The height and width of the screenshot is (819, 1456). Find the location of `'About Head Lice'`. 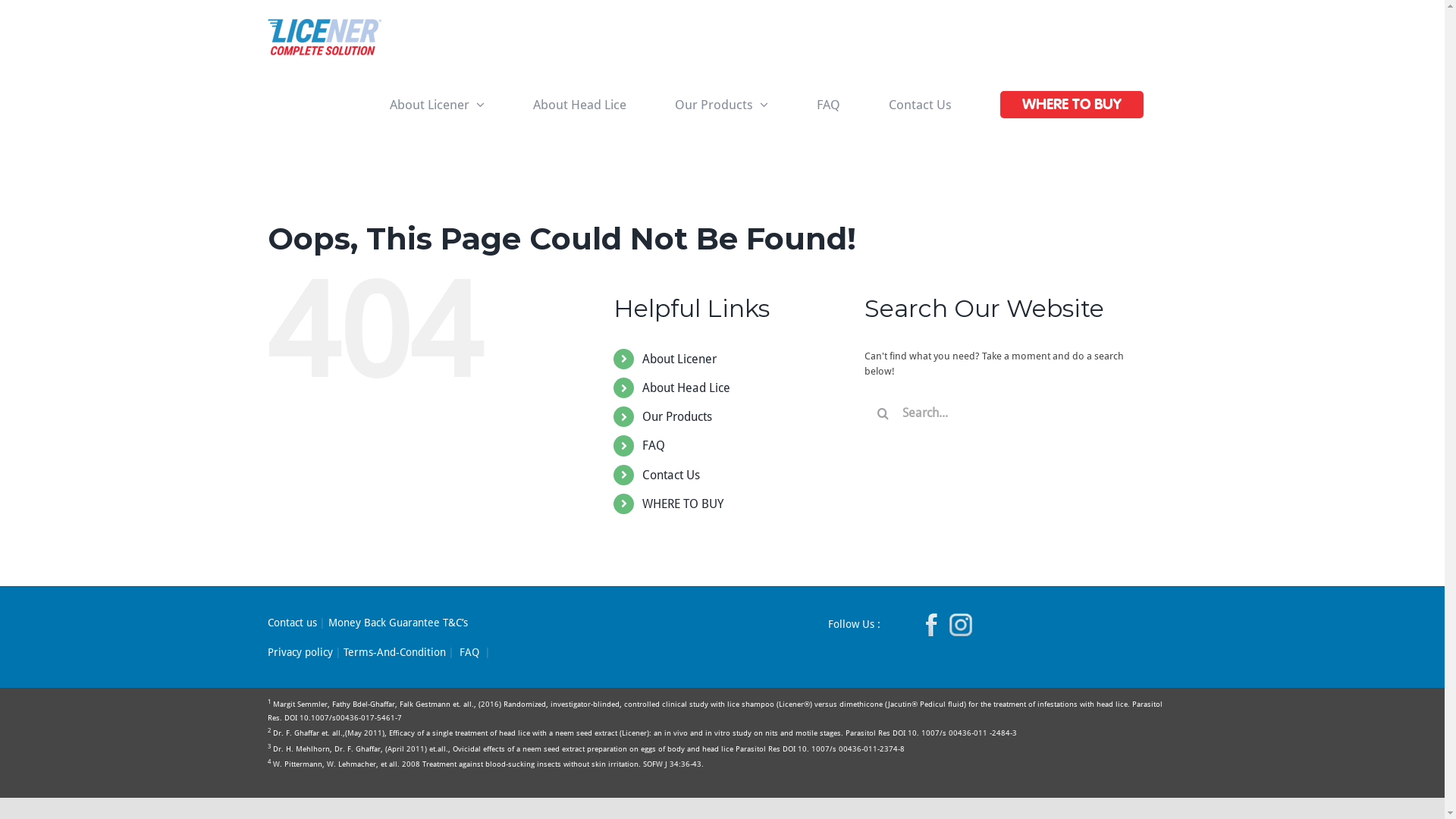

'About Head Lice' is located at coordinates (579, 104).